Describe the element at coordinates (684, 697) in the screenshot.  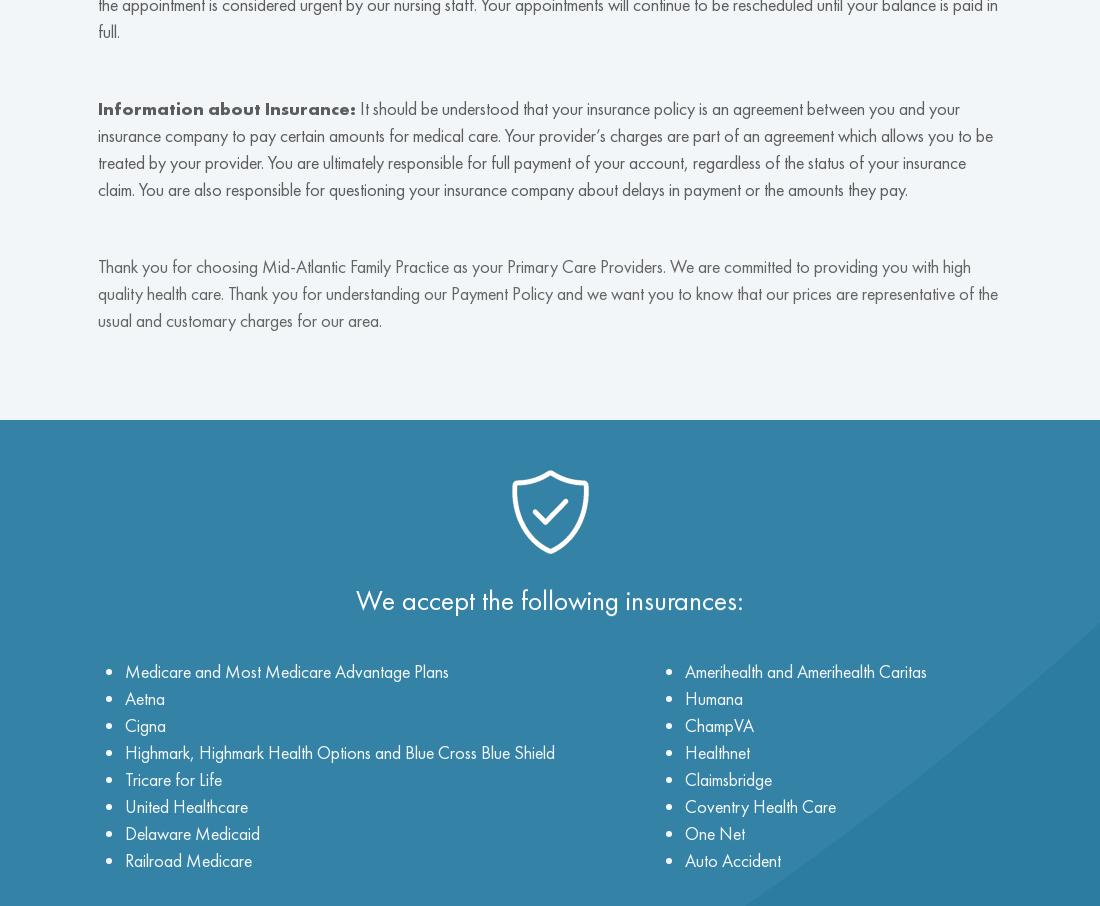
I see `'Humana'` at that location.